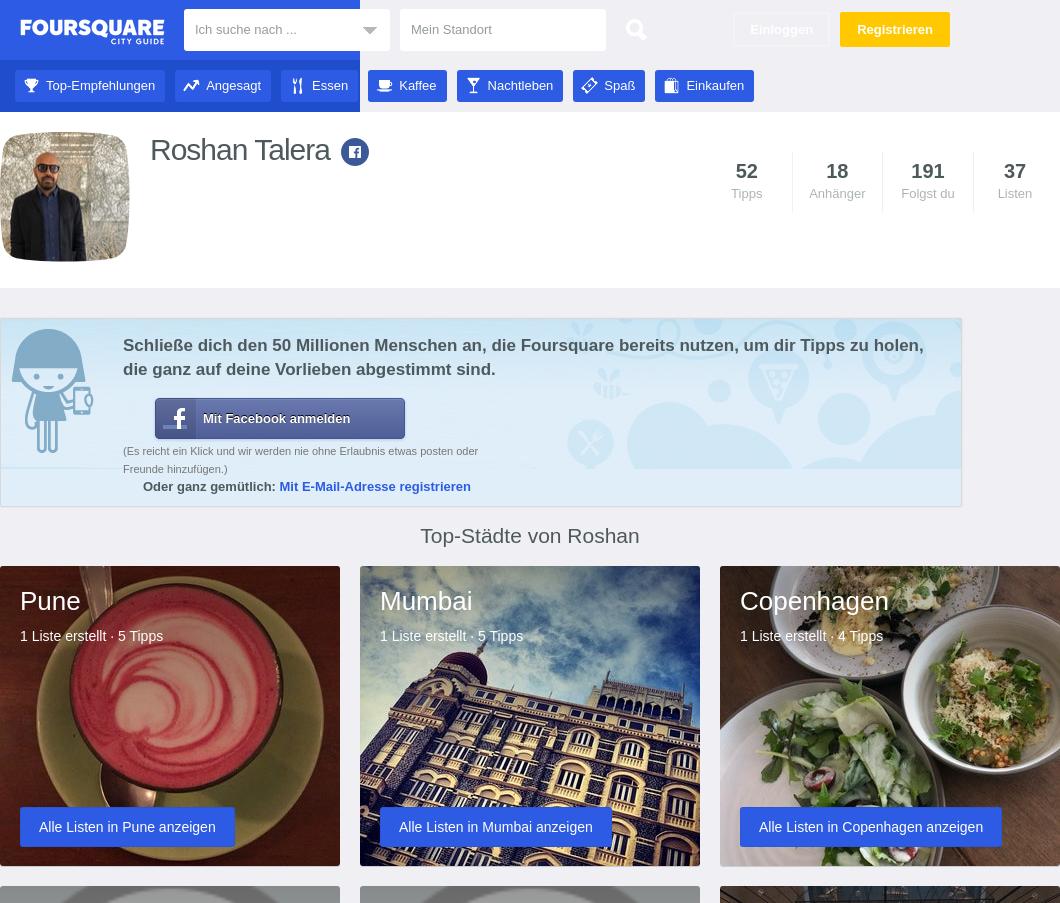 The height and width of the screenshot is (903, 1060). I want to click on 'Oder ganz gemütlich:', so click(141, 486).